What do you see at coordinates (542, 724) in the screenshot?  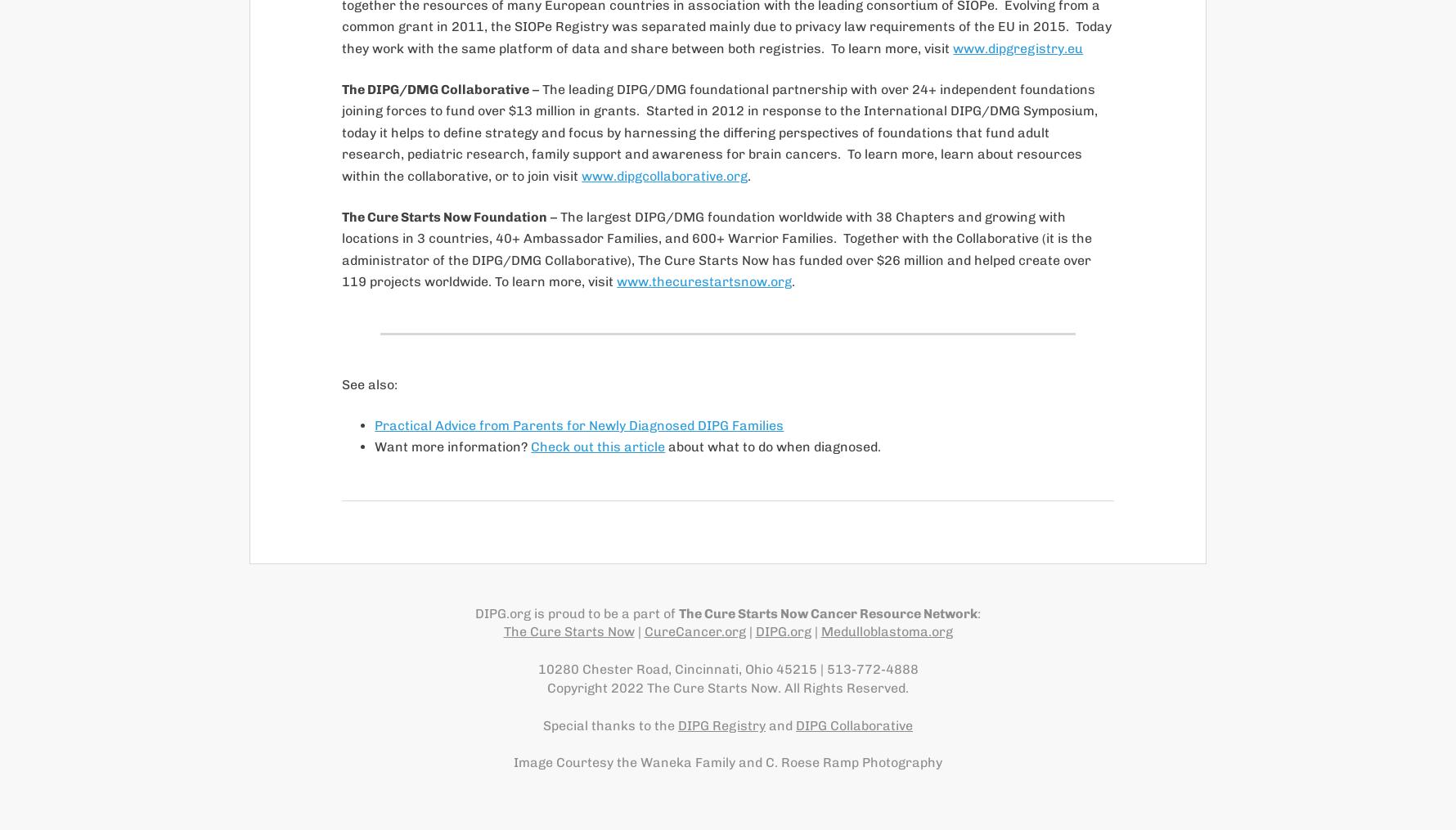 I see `'Special thanks to the'` at bounding box center [542, 724].